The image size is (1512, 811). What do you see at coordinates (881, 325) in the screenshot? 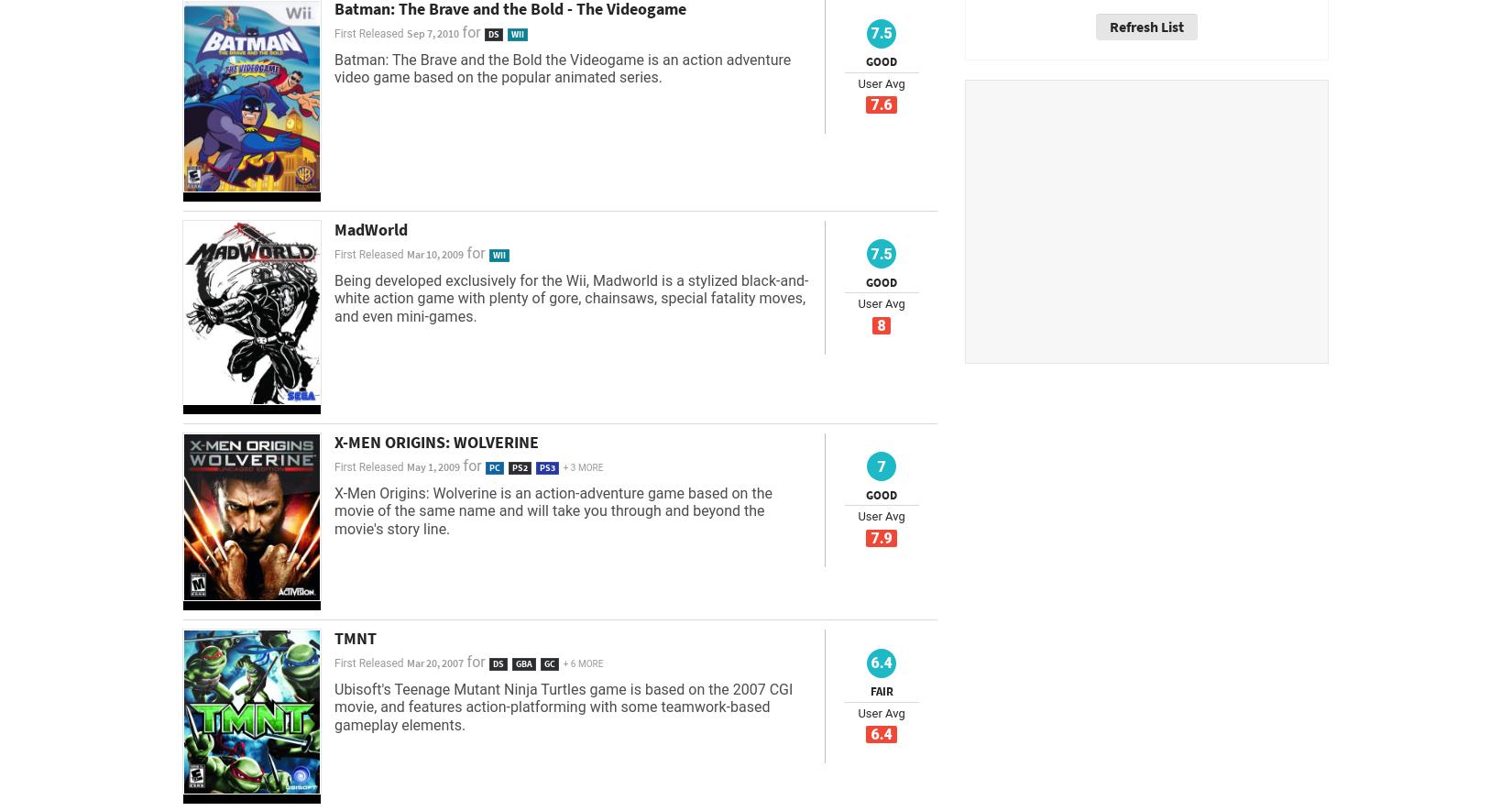
I see `'8'` at bounding box center [881, 325].